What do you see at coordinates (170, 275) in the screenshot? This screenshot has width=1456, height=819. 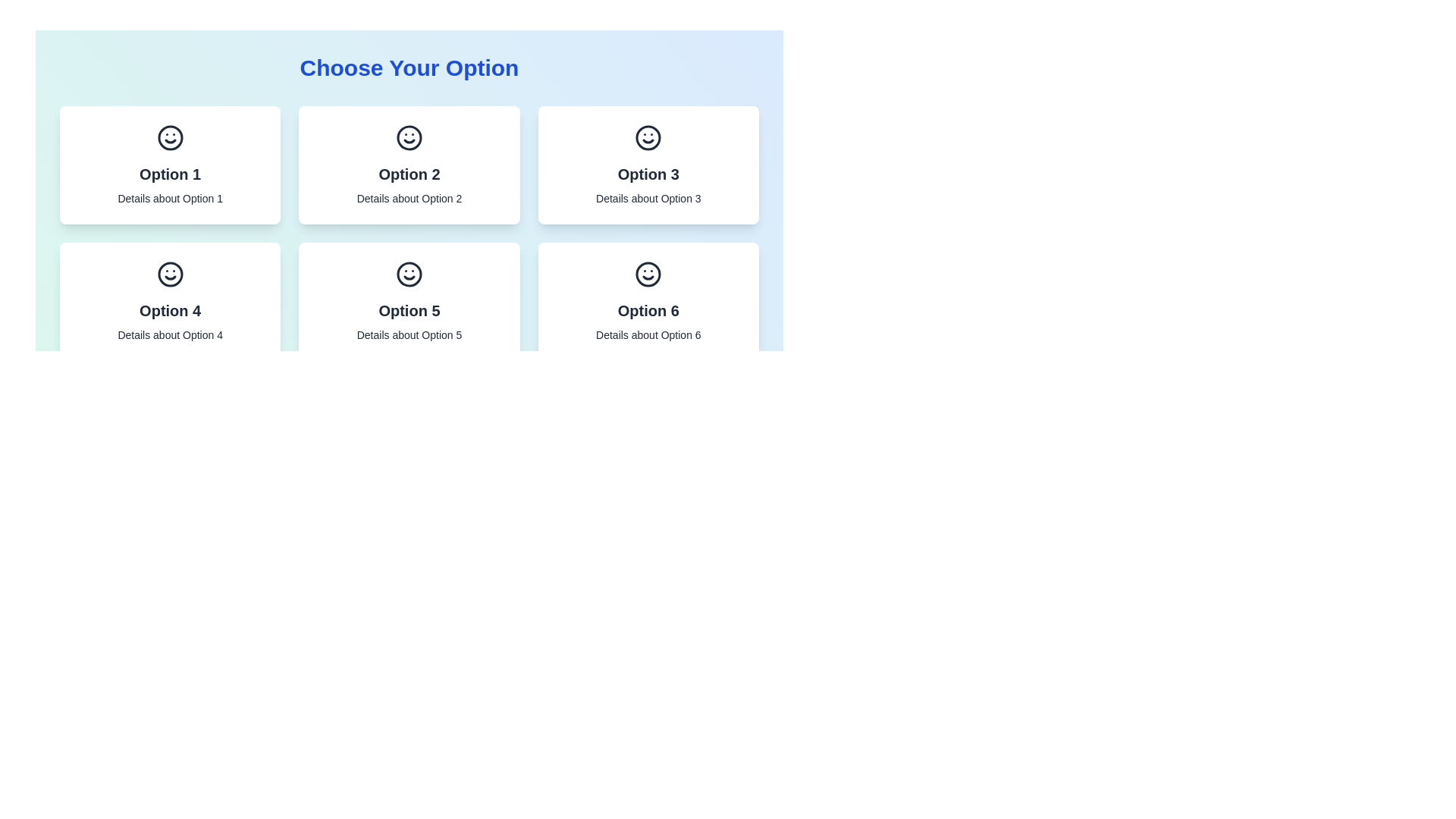 I see `the decorative icon associated with 'Option 4' located in the top section of the card in the second row and first column of the grid layout` at bounding box center [170, 275].